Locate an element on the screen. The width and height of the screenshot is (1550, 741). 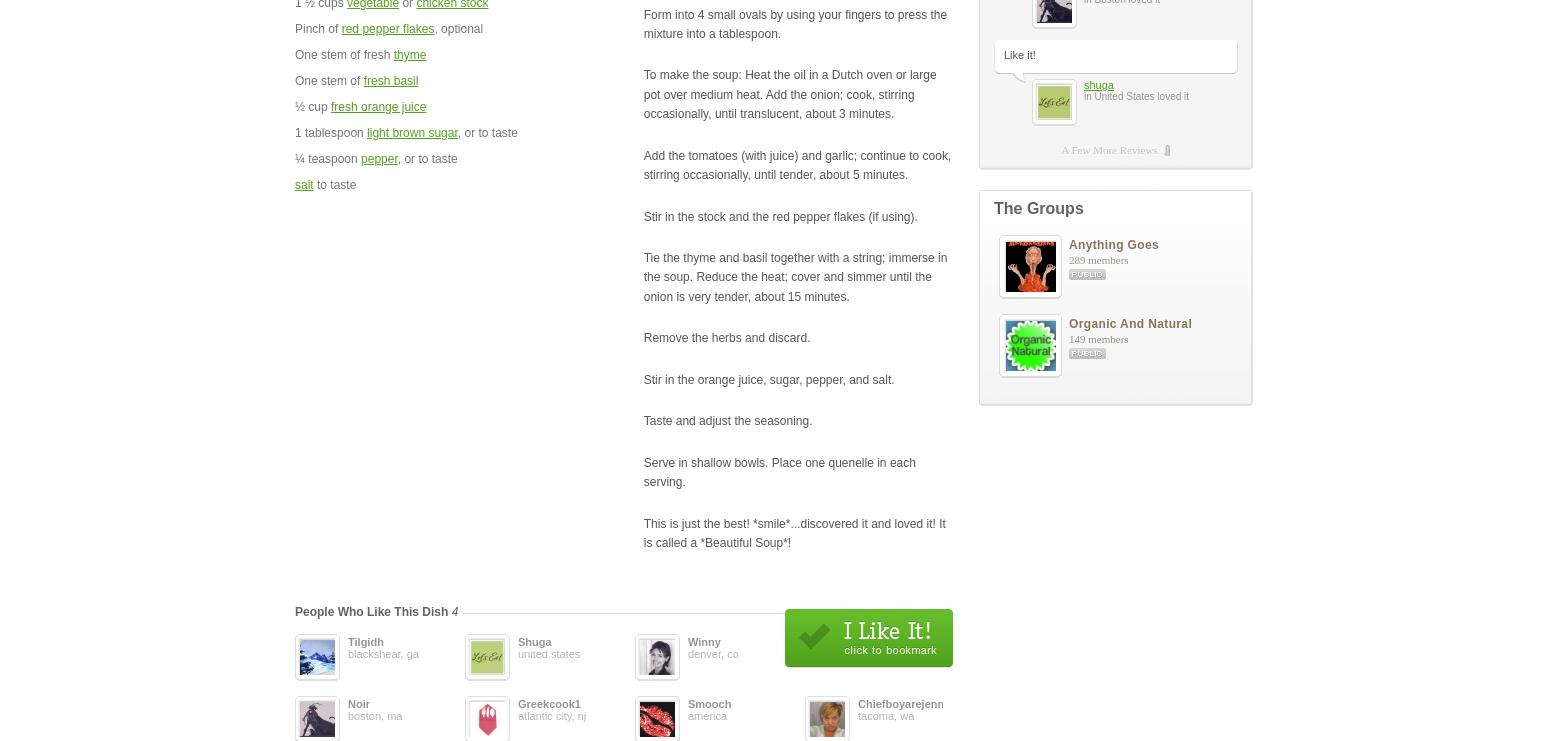
'Form into 4 small ovals by using your fingers to press the mixture into a tablespoon.' is located at coordinates (793, 22).